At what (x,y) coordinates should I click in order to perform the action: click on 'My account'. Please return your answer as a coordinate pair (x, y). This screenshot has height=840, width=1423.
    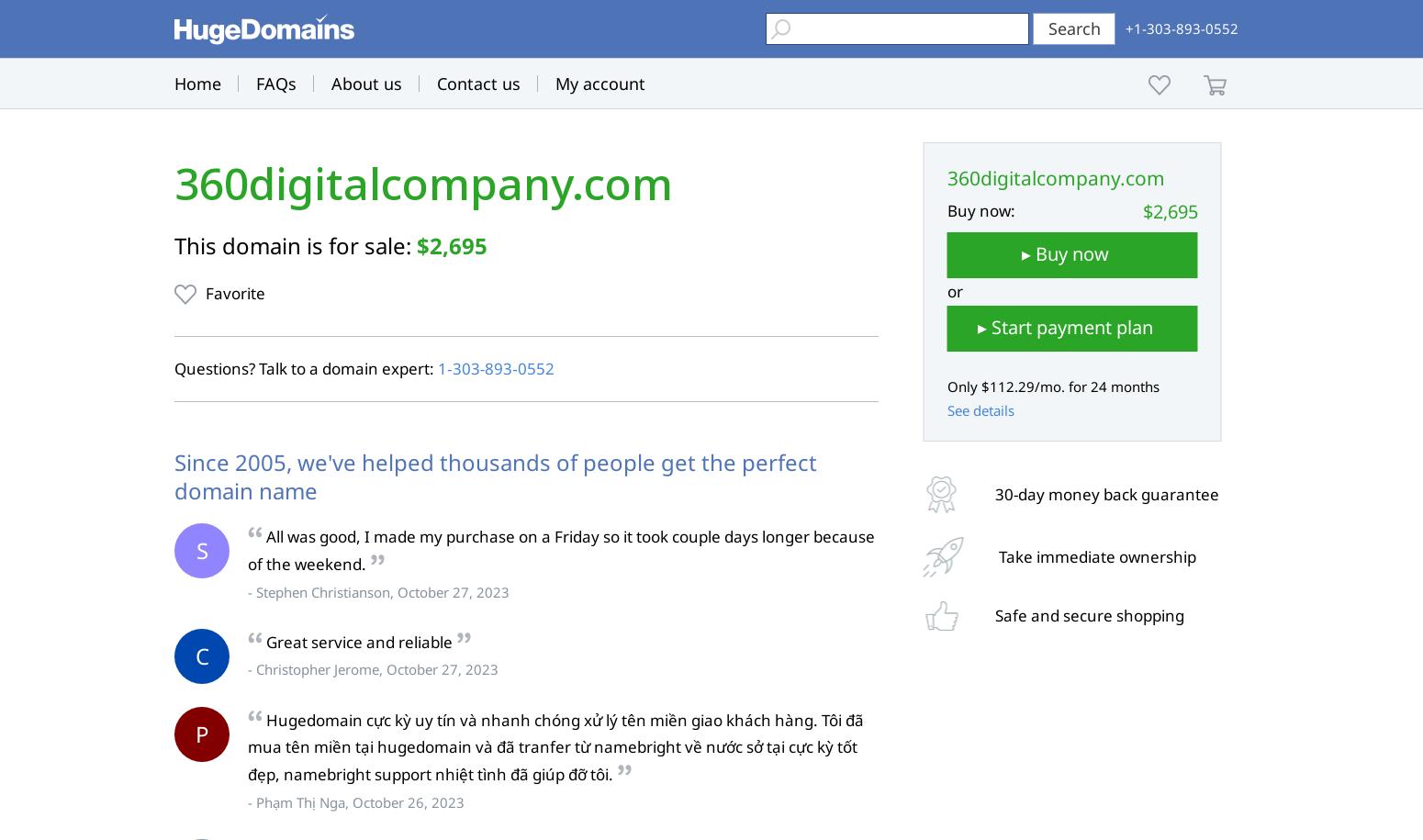
    Looking at the image, I should click on (555, 83).